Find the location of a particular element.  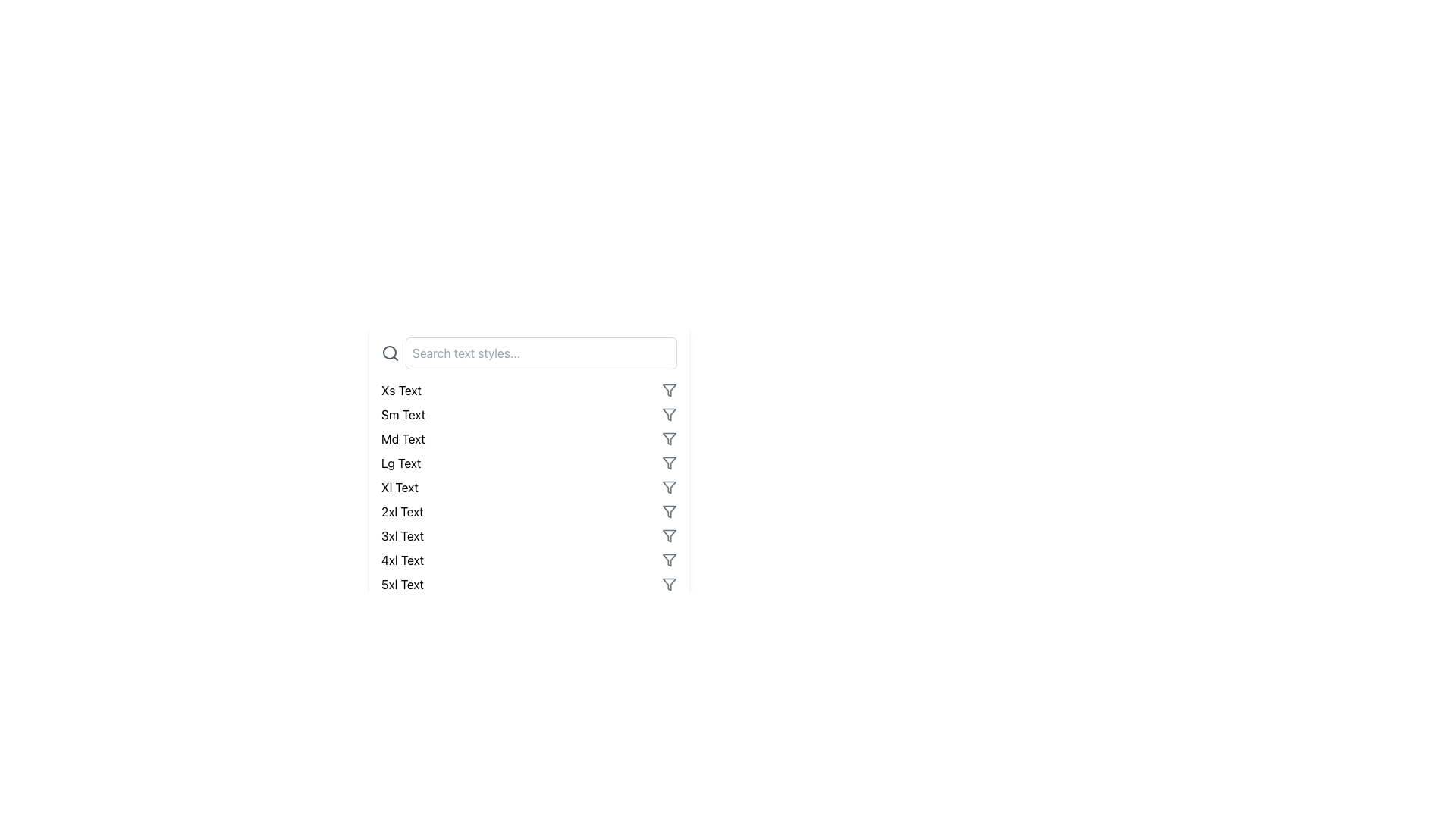

the filter toggle button associated with the '3xl Text' option located seventh in a vertical list of similar icons is located at coordinates (669, 535).